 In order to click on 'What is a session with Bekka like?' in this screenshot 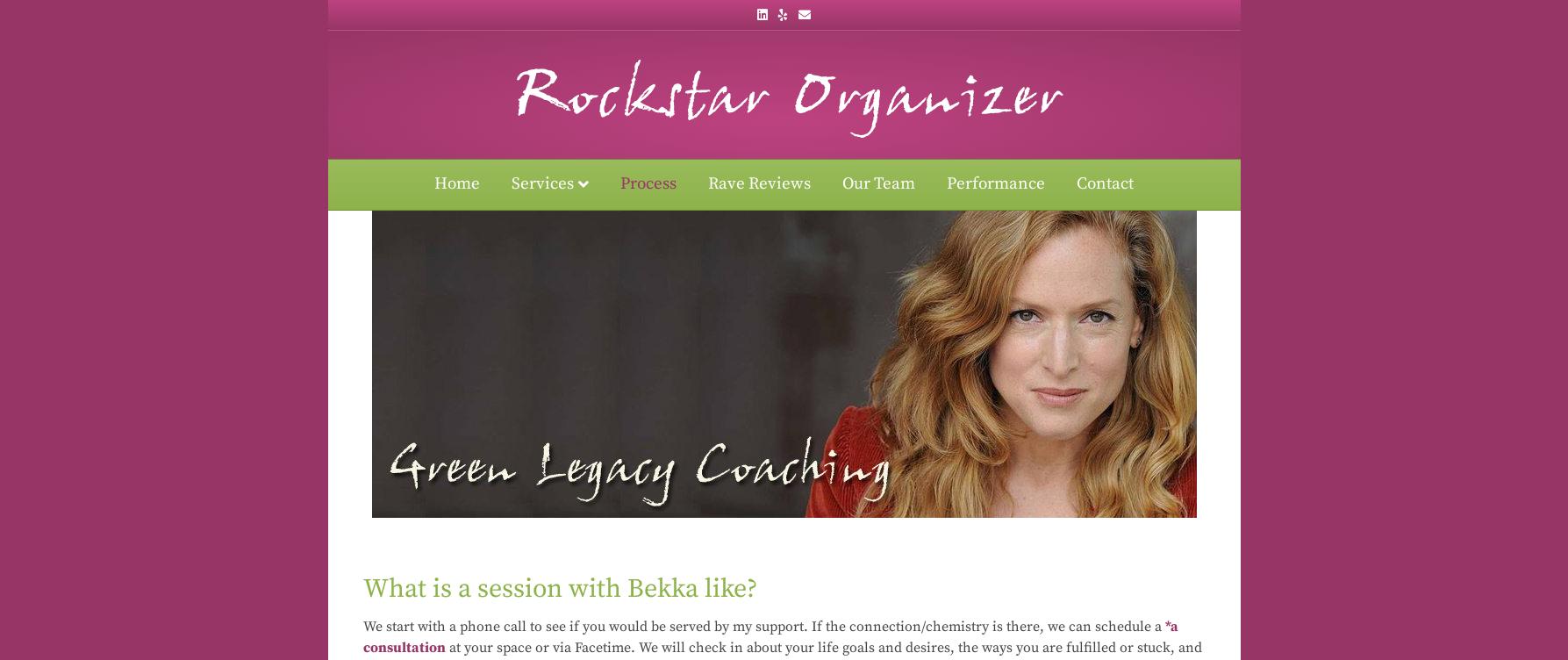, I will do `click(558, 587)`.